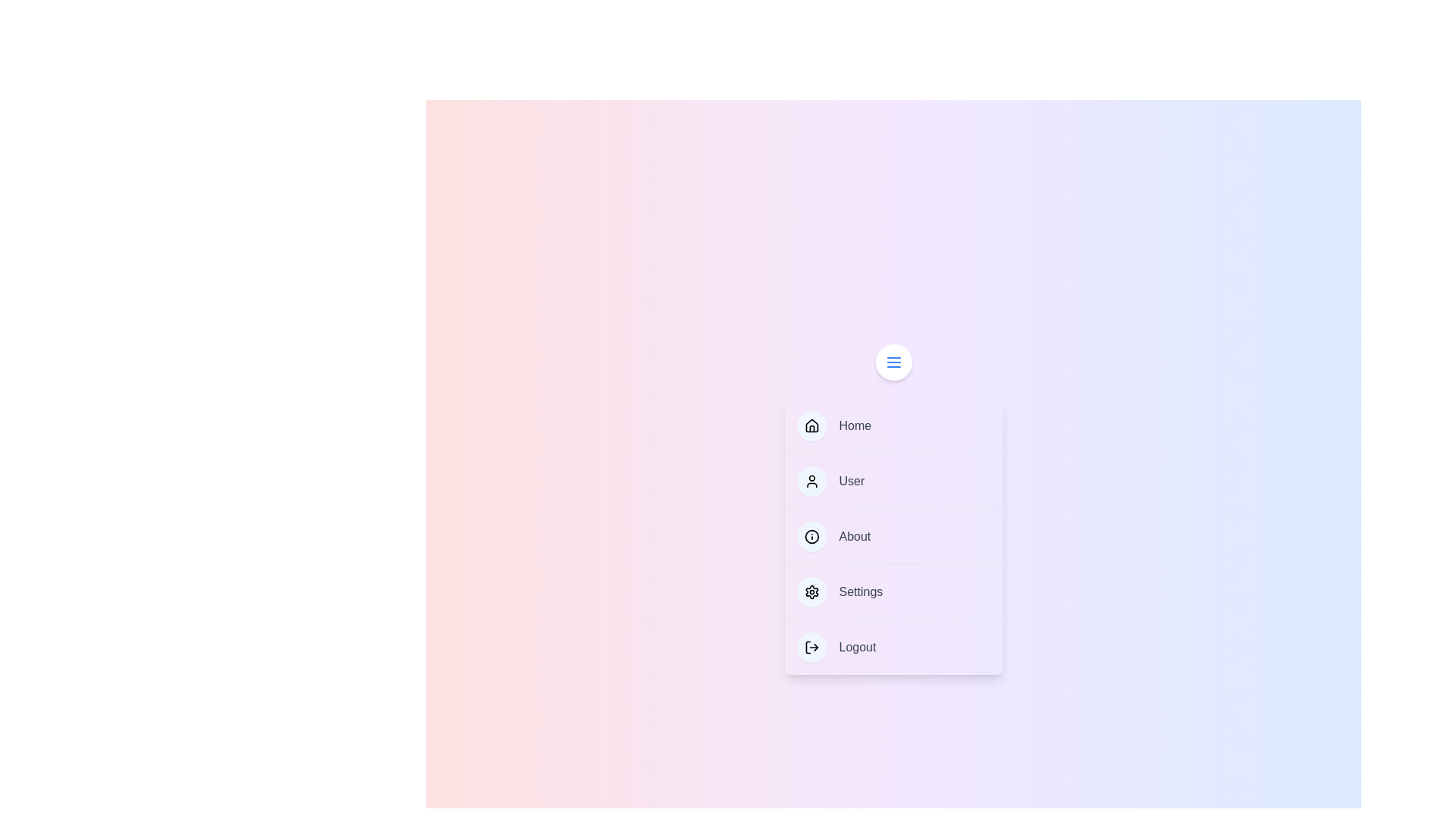 Image resolution: width=1456 pixels, height=819 pixels. I want to click on the icon of the menu item labeled Logout, so click(811, 647).